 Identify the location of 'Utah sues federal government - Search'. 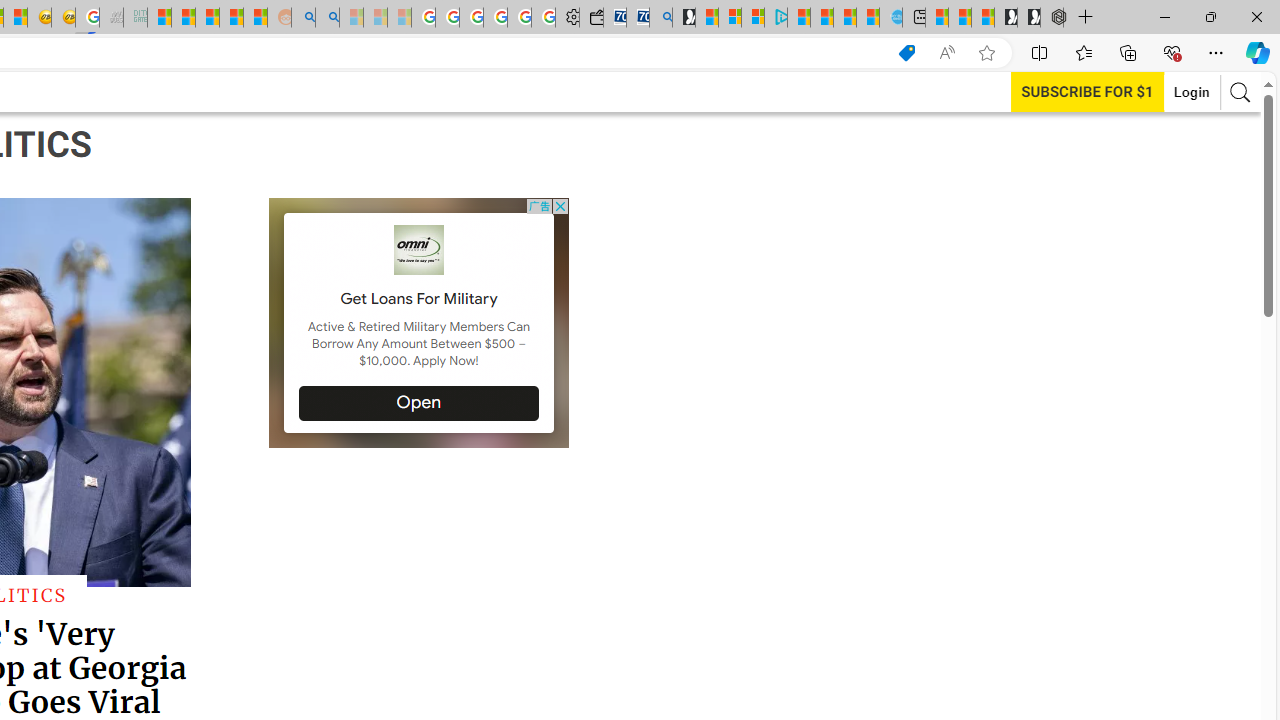
(327, 17).